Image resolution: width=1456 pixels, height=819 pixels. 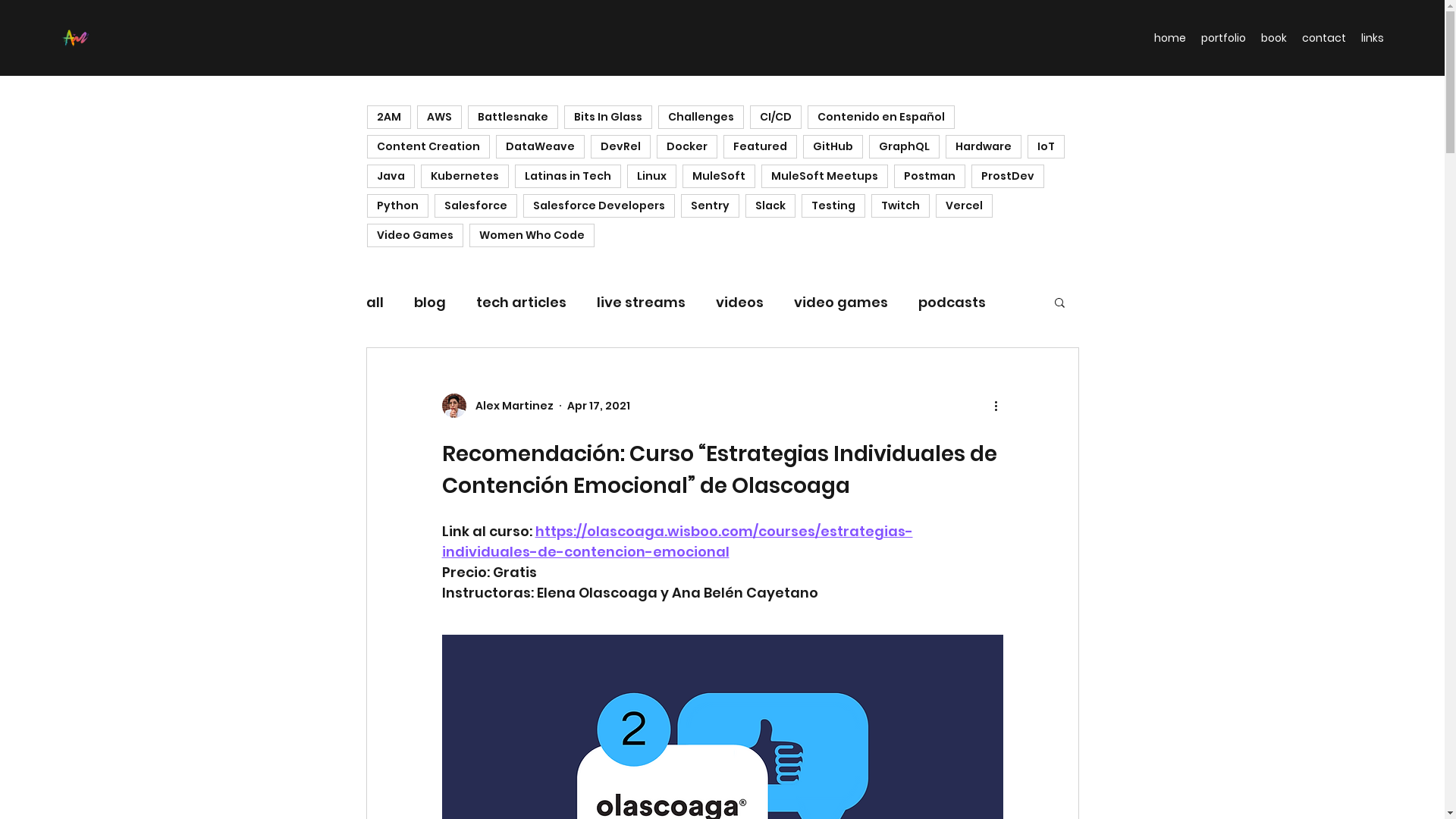 What do you see at coordinates (367, 146) in the screenshot?
I see `'Content Creation'` at bounding box center [367, 146].